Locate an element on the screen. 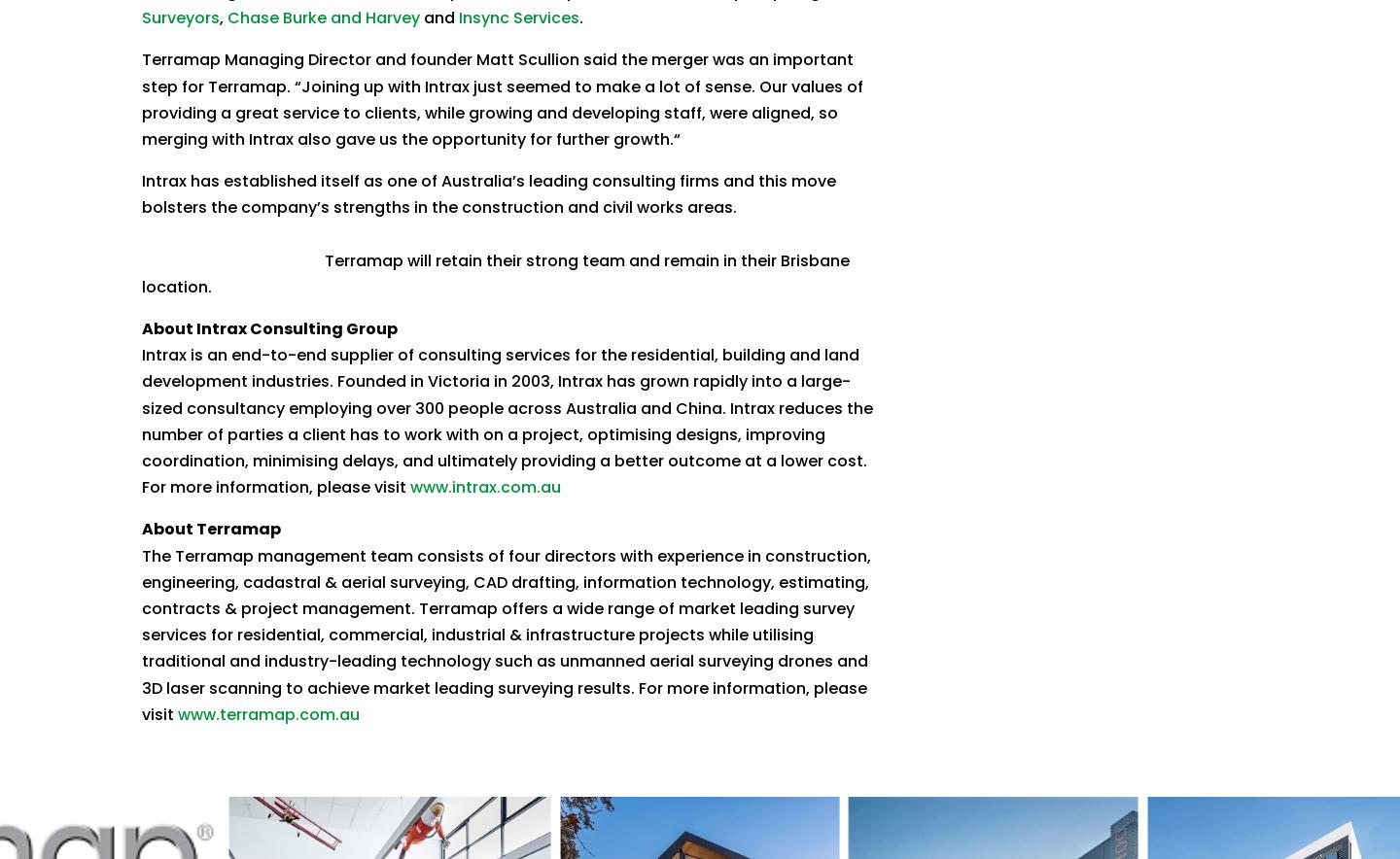 This screenshot has height=859, width=1400. 'Insync Services' is located at coordinates (516, 17).